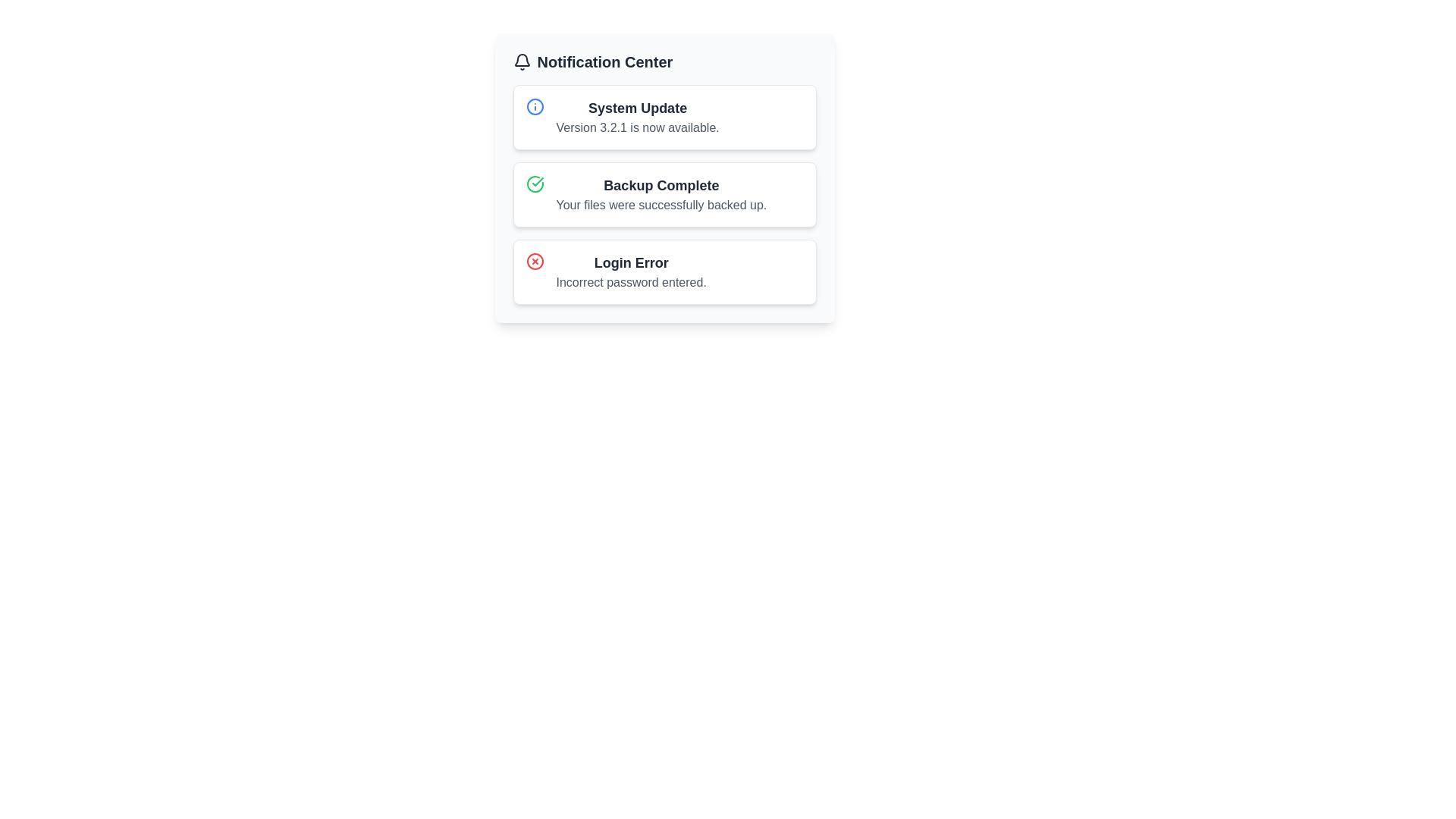 This screenshot has width=1456, height=819. What do you see at coordinates (661, 194) in the screenshot?
I see `success message content from the second notification card in the Notification Center, which indicates that the files have been successfully backed up` at bounding box center [661, 194].